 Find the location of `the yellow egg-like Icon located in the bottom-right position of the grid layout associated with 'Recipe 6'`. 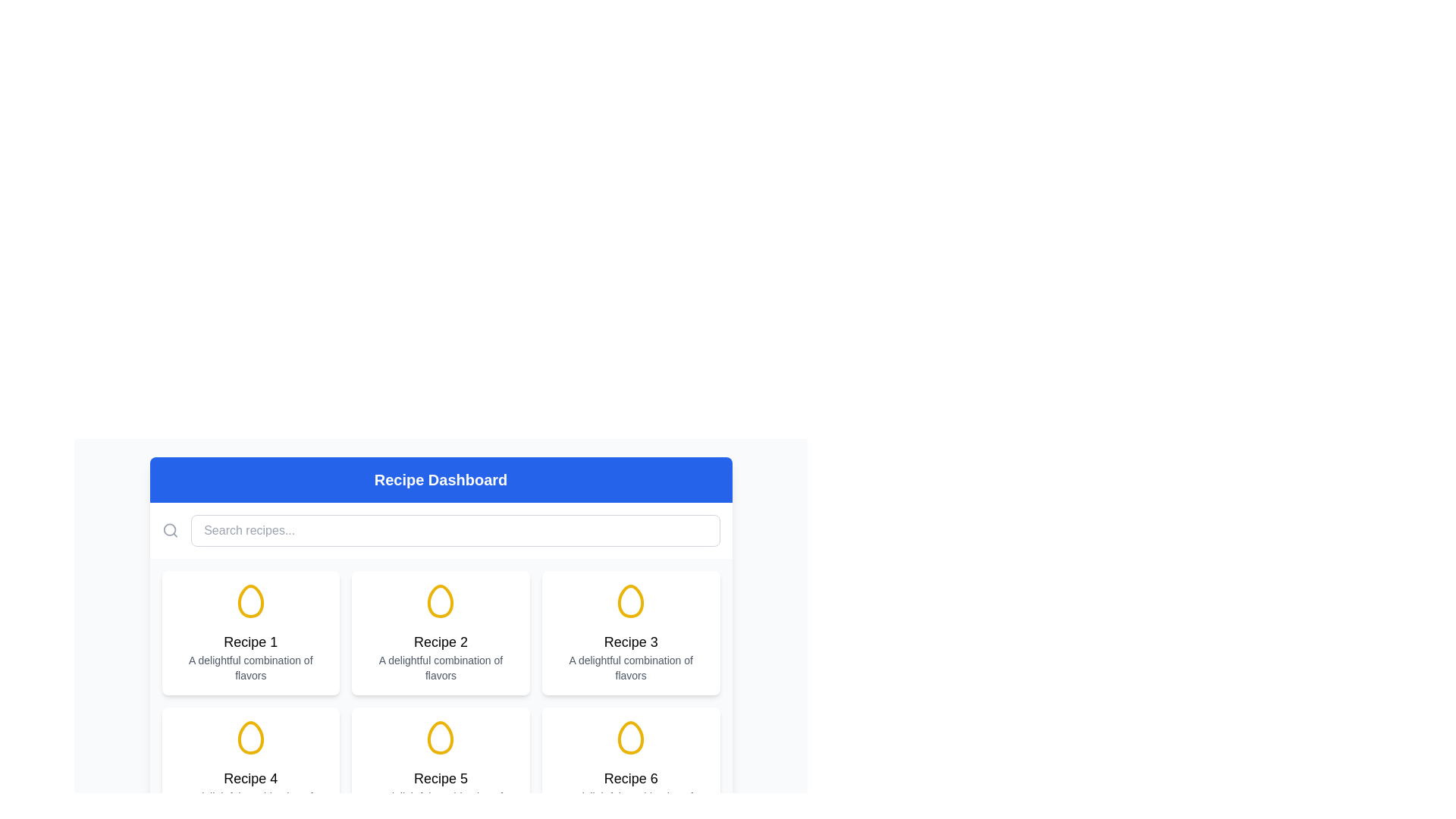

the yellow egg-like Icon located in the bottom-right position of the grid layout associated with 'Recipe 6' is located at coordinates (631, 736).